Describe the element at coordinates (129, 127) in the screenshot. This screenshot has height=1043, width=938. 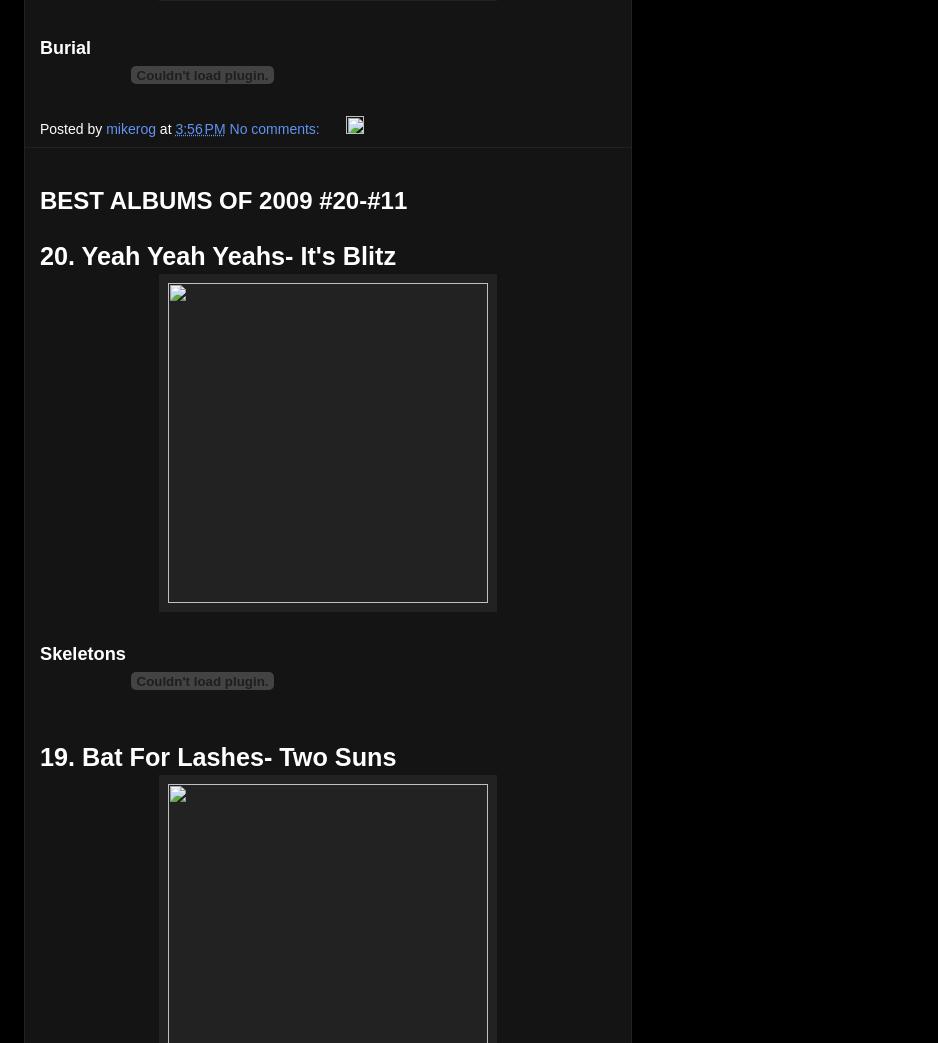
I see `'mikerog'` at that location.